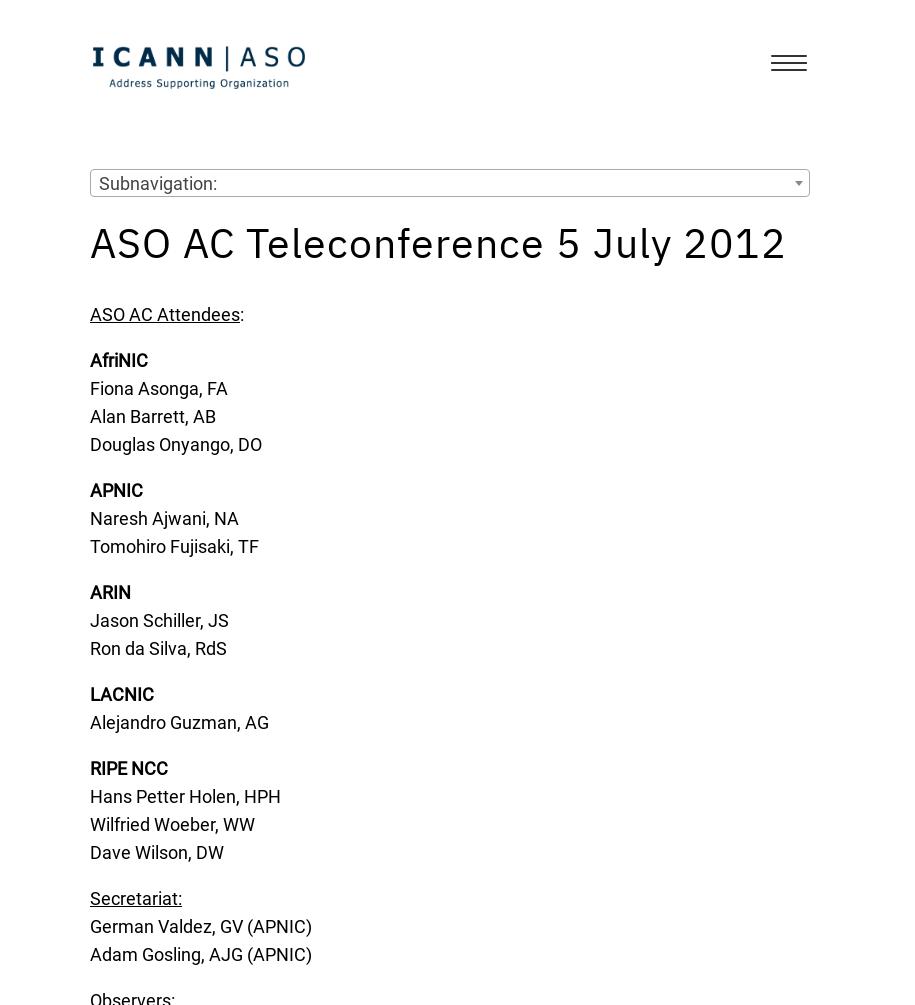  I want to click on 'Ron da Silva, RdS', so click(157, 647).